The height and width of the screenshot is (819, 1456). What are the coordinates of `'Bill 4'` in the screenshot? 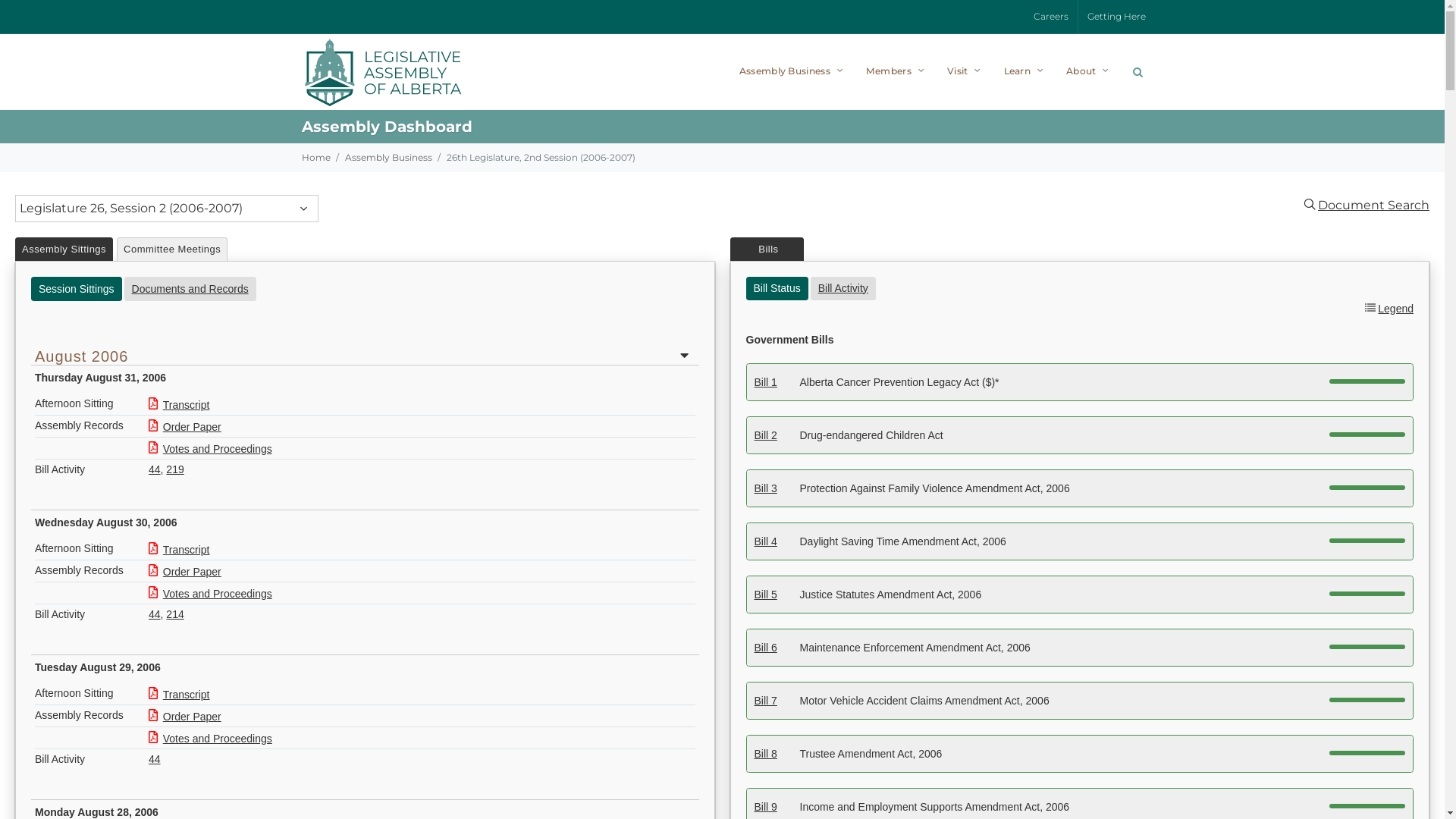 It's located at (764, 540).